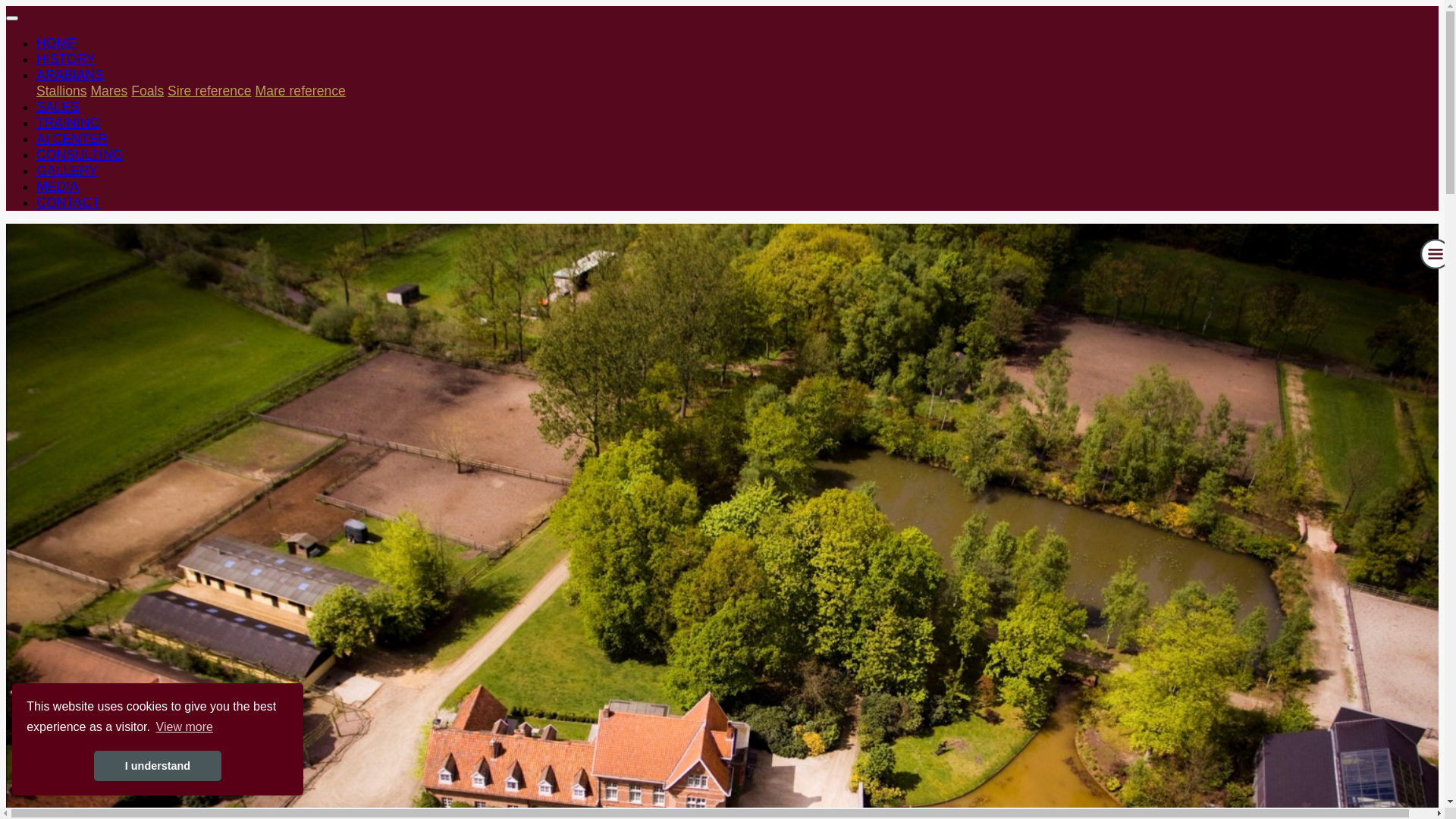 Image resolution: width=1456 pixels, height=819 pixels. Describe the element at coordinates (69, 75) in the screenshot. I see `'ARABIANS'` at that location.